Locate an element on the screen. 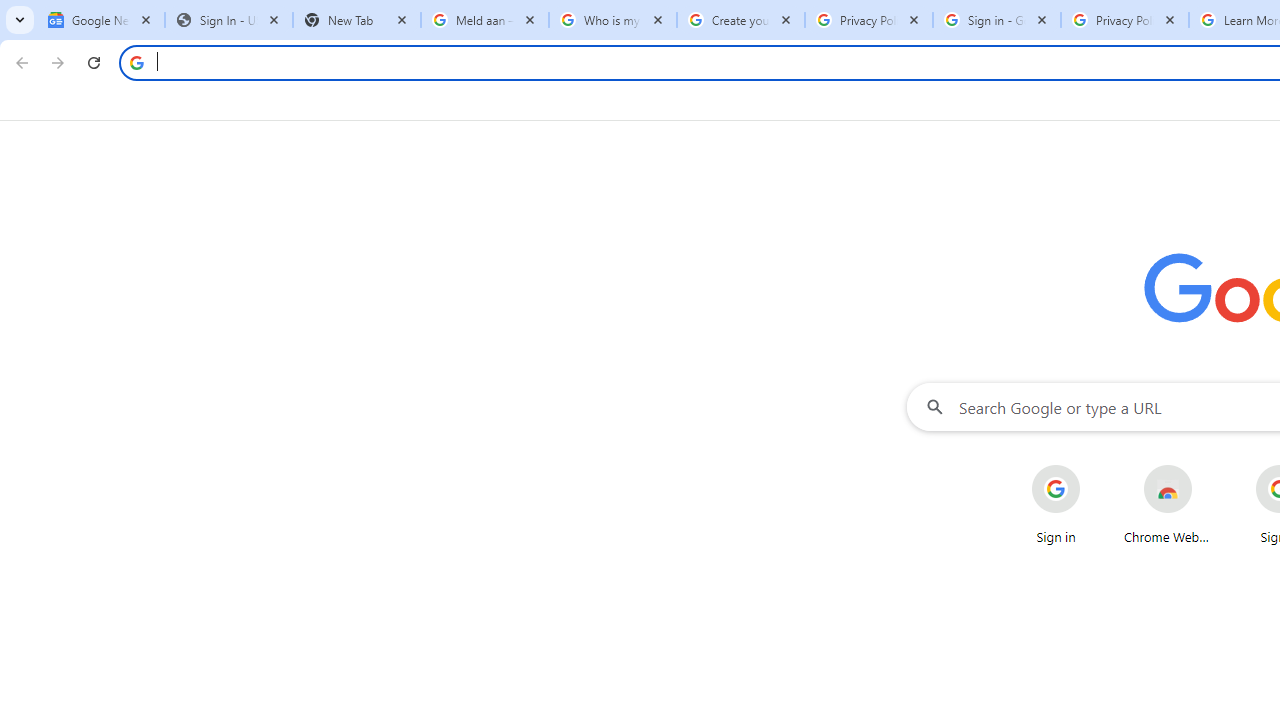 The width and height of the screenshot is (1280, 720). 'More actions for Sign in shortcut' is located at coordinates (1094, 466).